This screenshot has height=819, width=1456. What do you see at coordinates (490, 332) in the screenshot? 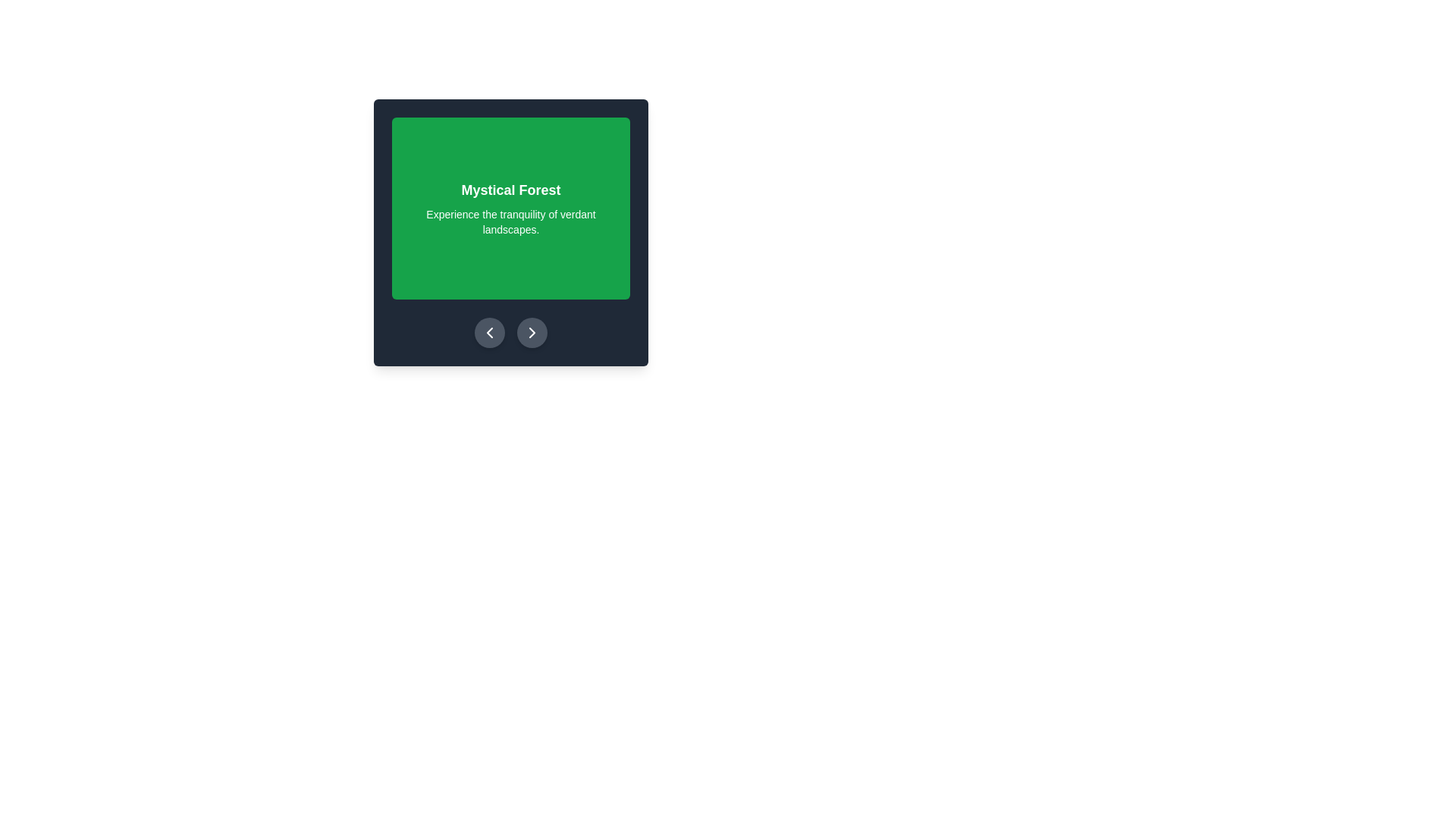
I see `the SVG icon embedded in the circular button located in the bottom-left corner of the rectangular area` at bounding box center [490, 332].